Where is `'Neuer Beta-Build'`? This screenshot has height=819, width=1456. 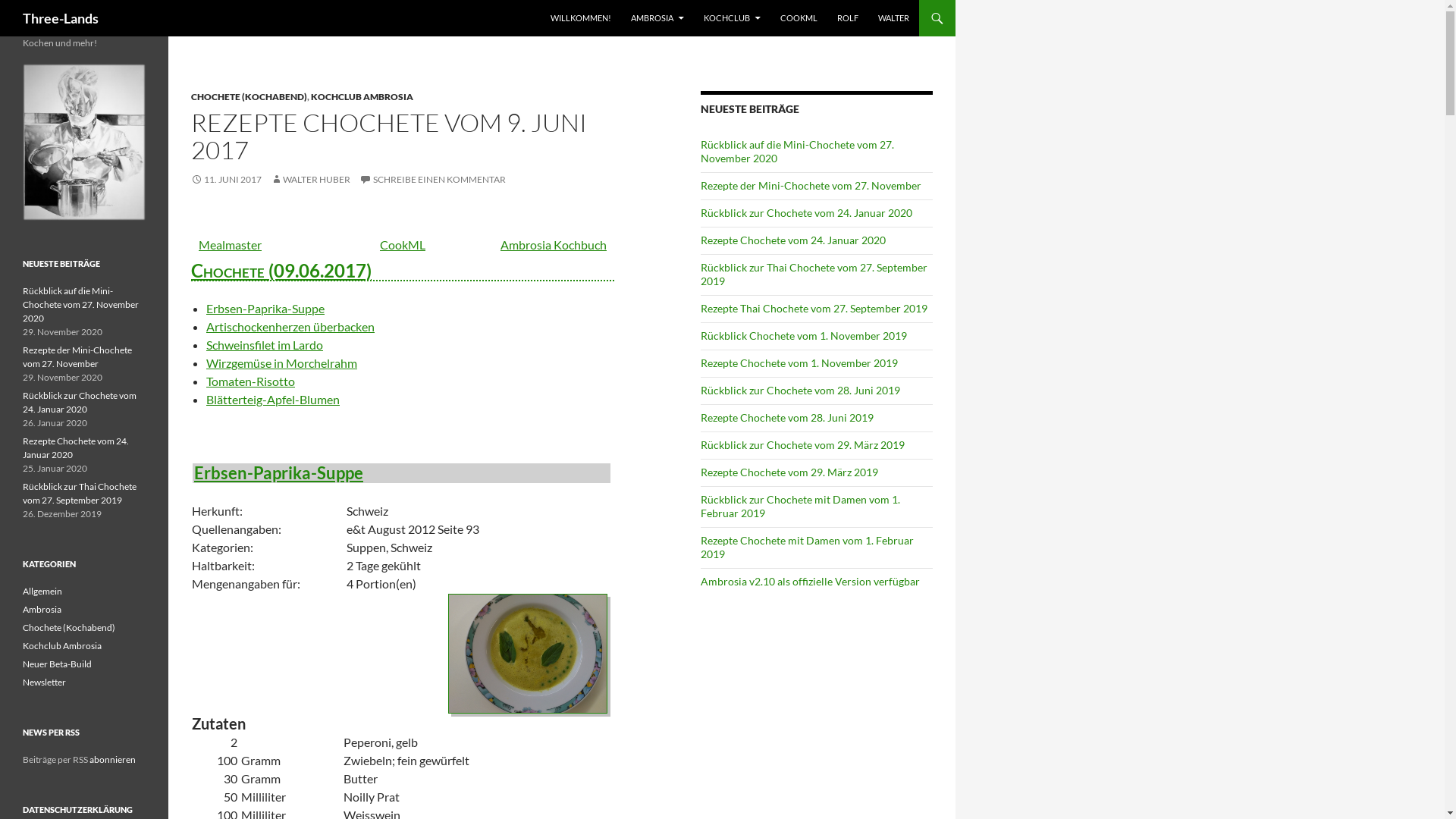
'Neuer Beta-Build' is located at coordinates (57, 663).